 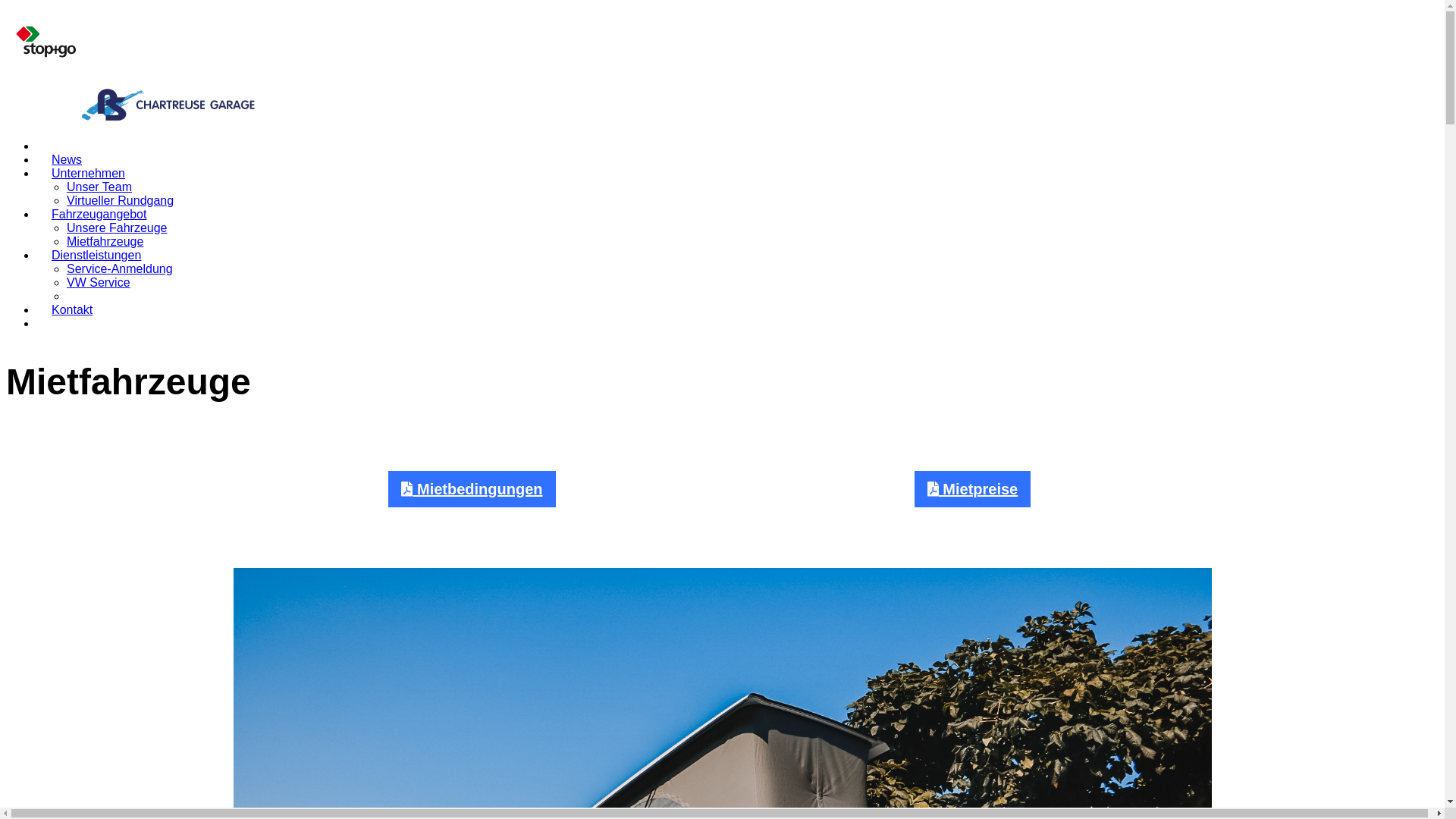 I want to click on 'Mietpreise', so click(x=972, y=488).